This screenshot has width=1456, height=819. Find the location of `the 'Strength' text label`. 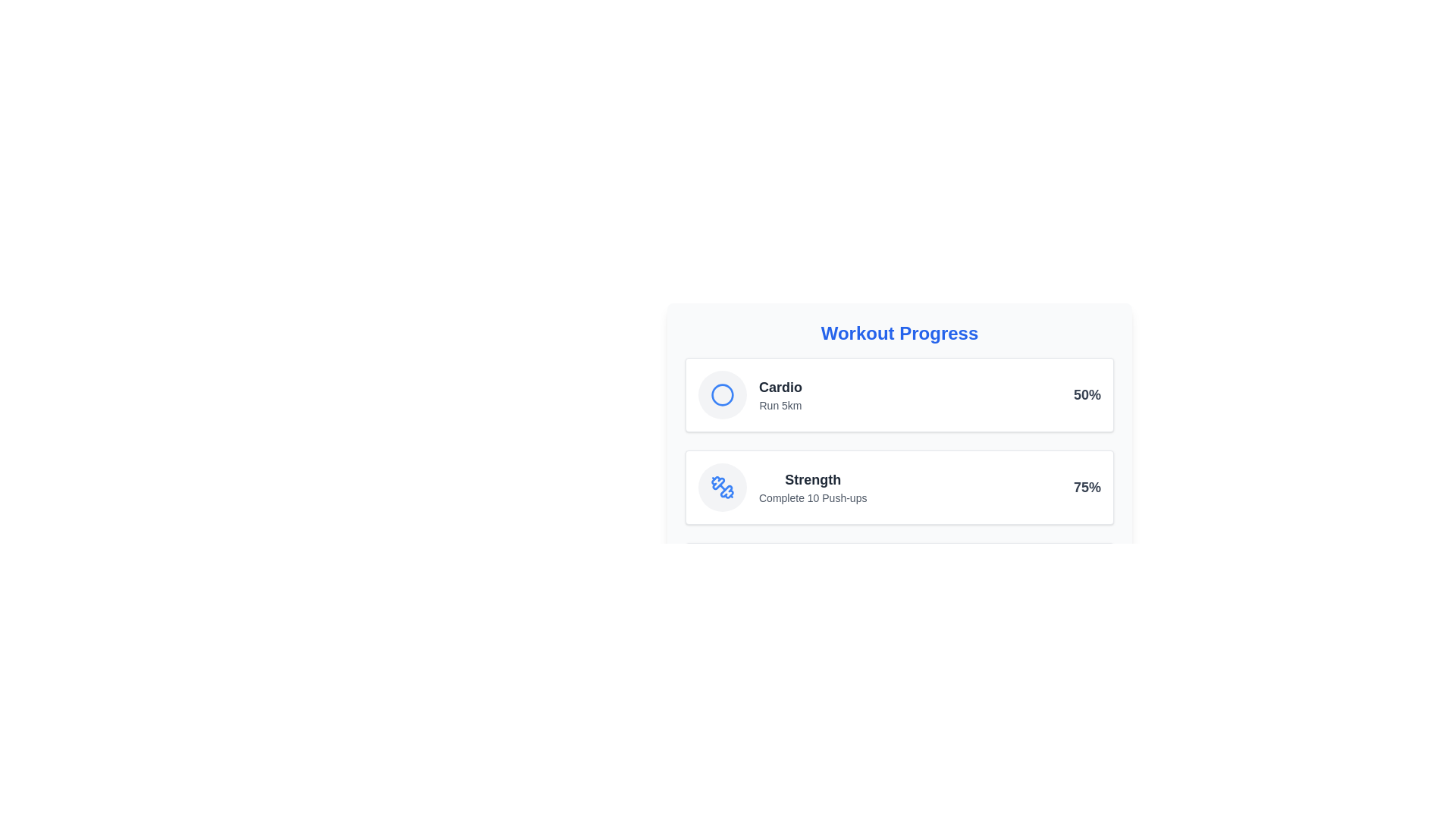

the 'Strength' text label is located at coordinates (812, 479).